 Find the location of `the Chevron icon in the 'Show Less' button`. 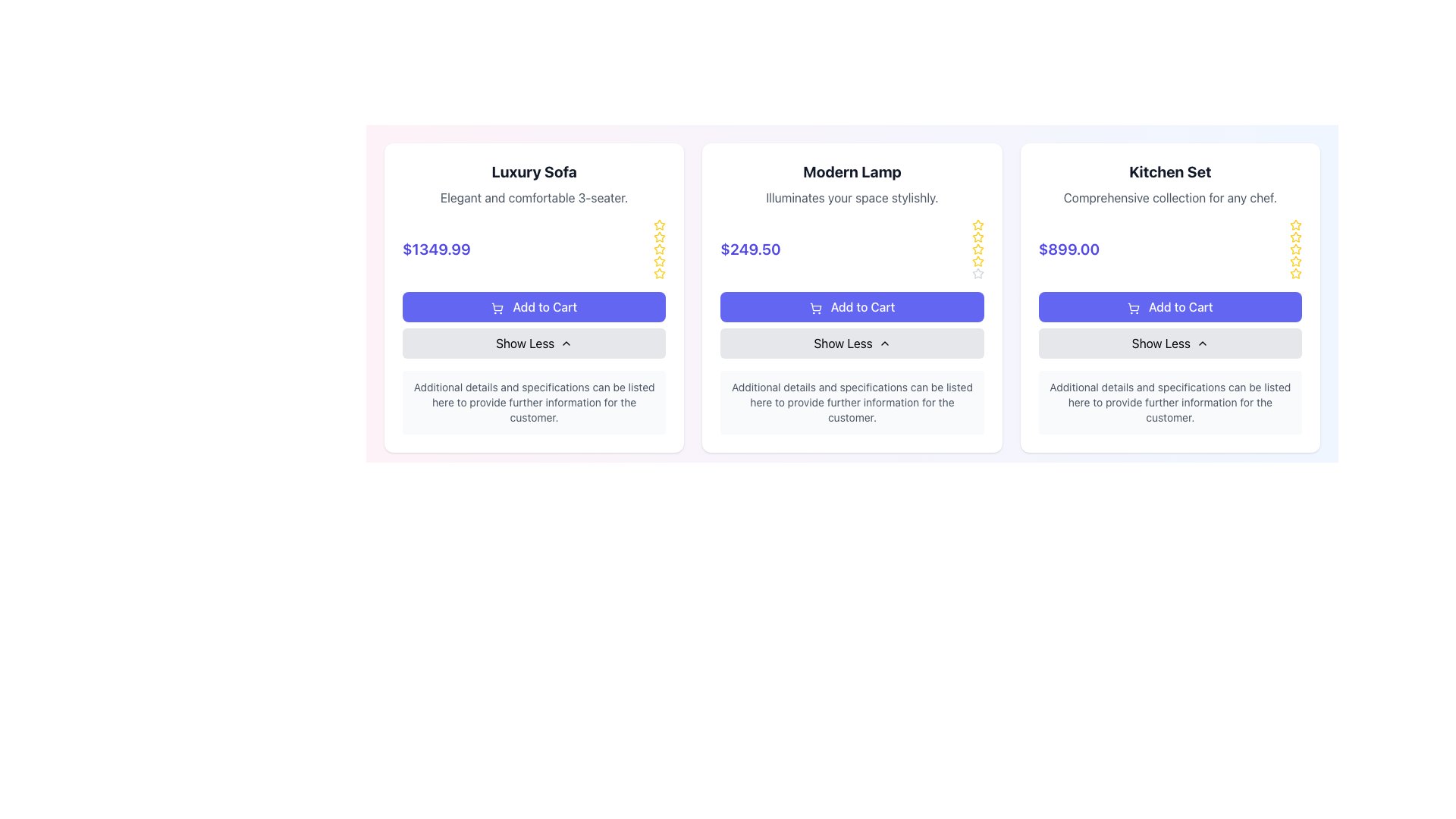

the Chevron icon in the 'Show Less' button is located at coordinates (884, 343).